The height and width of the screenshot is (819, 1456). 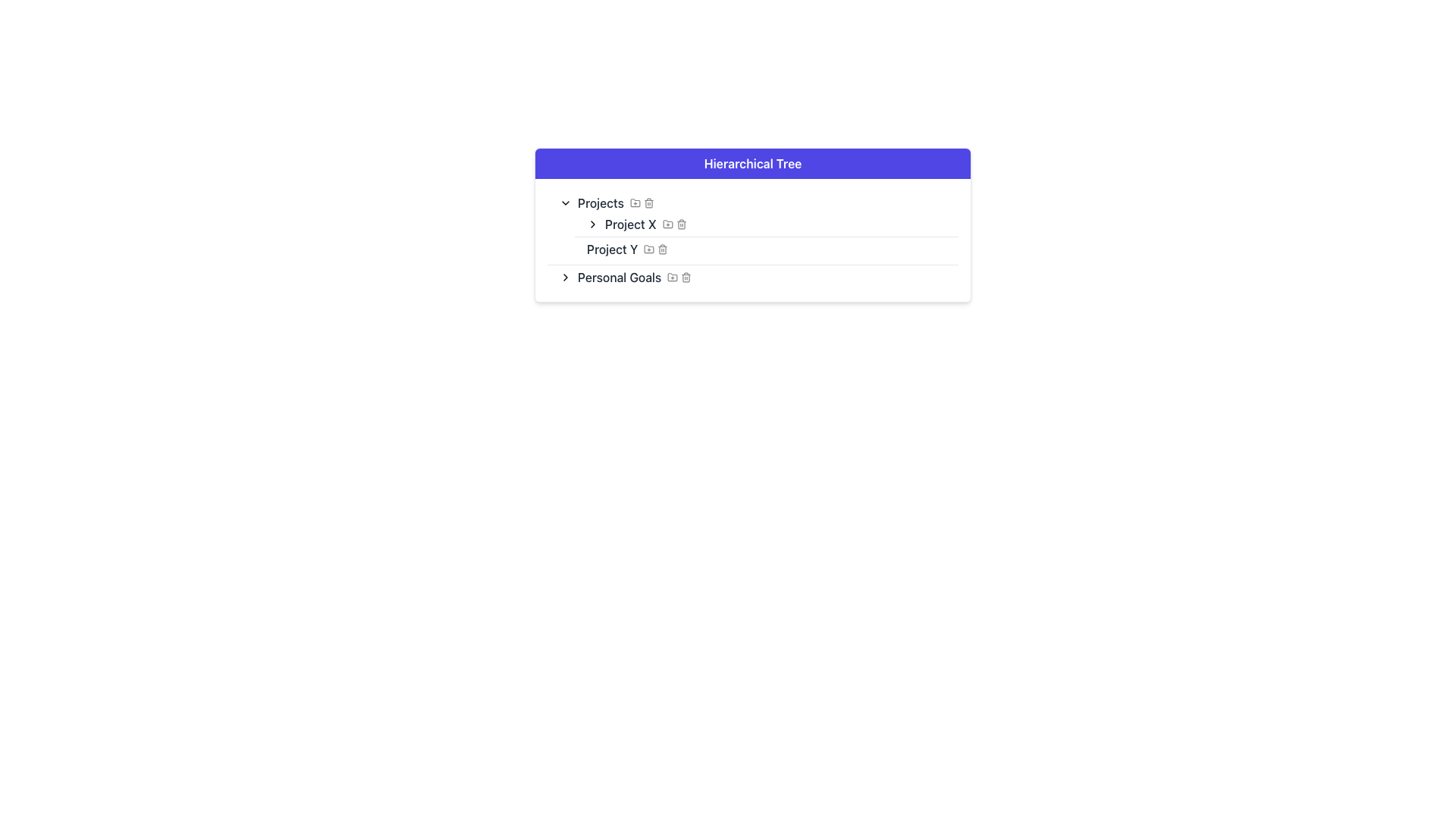 What do you see at coordinates (642, 202) in the screenshot?
I see `the add folder icon in the Icon Group located to the right of the 'Projects' text in the header of the hierarchical tree structure` at bounding box center [642, 202].